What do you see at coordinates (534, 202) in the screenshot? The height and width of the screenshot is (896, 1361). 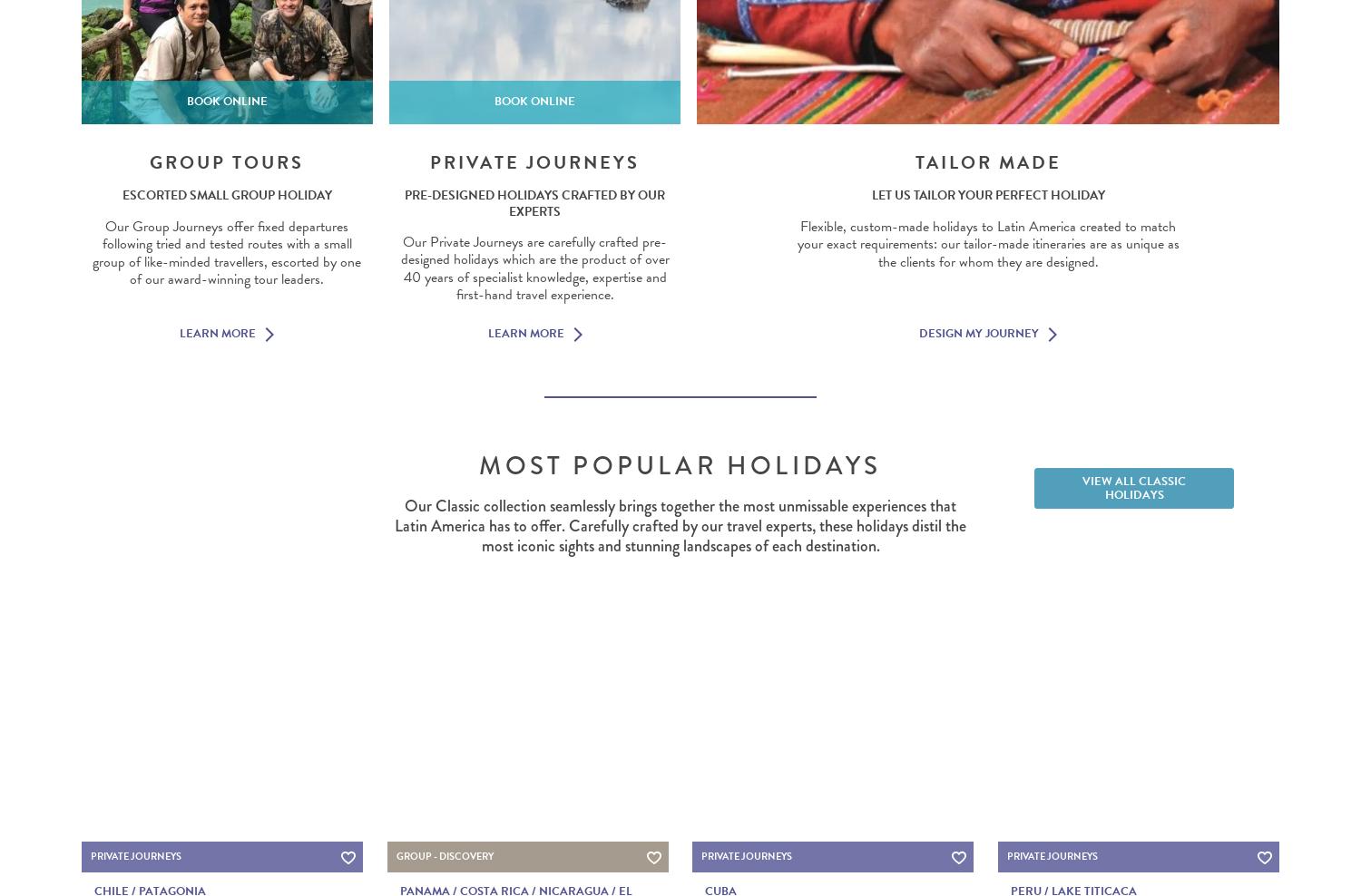 I see `'Pre-designed holidays crafted by our experts'` at bounding box center [534, 202].